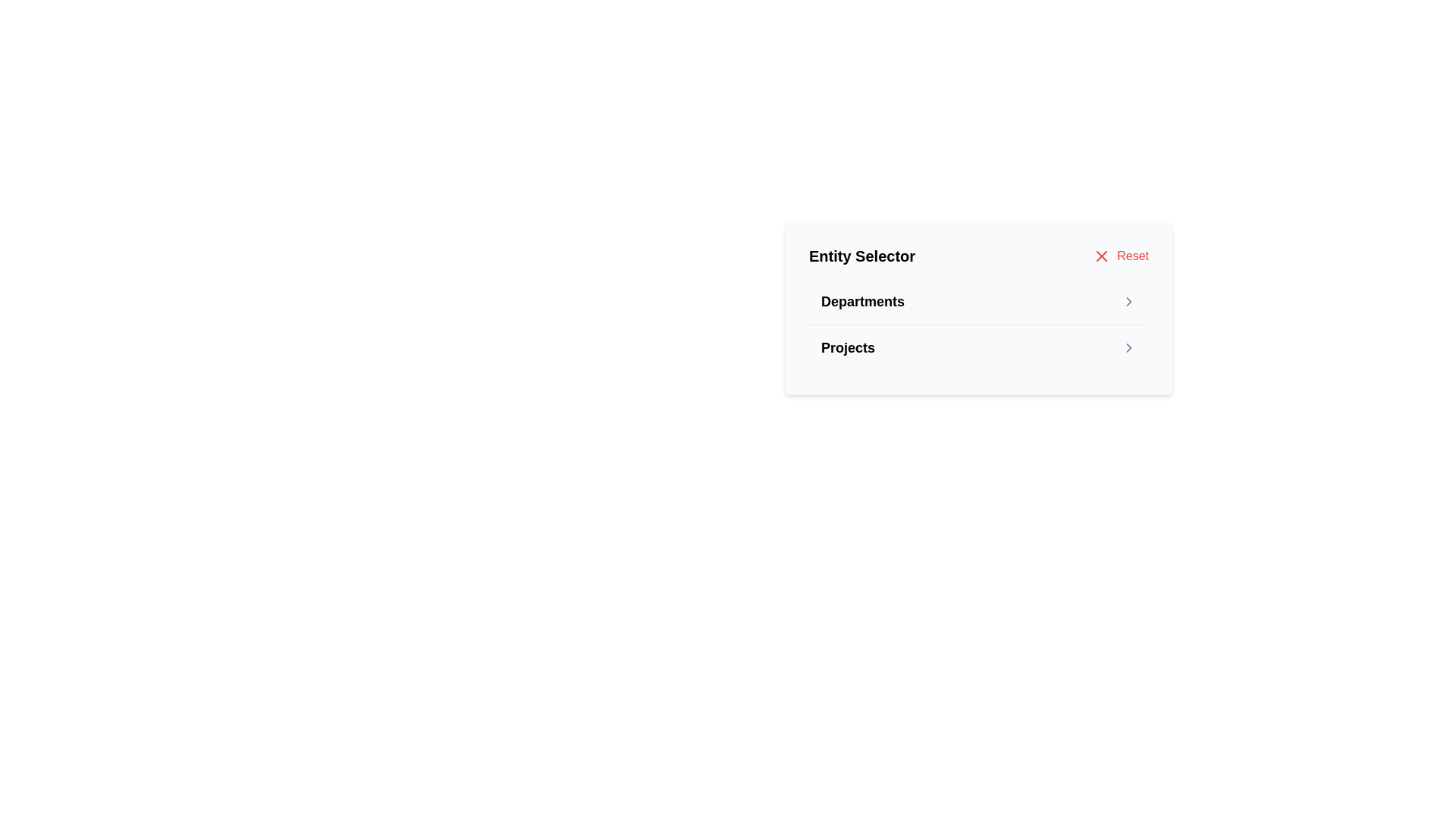 Image resolution: width=1456 pixels, height=819 pixels. Describe the element at coordinates (979, 347) in the screenshot. I see `the 'Projects' list item with navigation capability` at that location.